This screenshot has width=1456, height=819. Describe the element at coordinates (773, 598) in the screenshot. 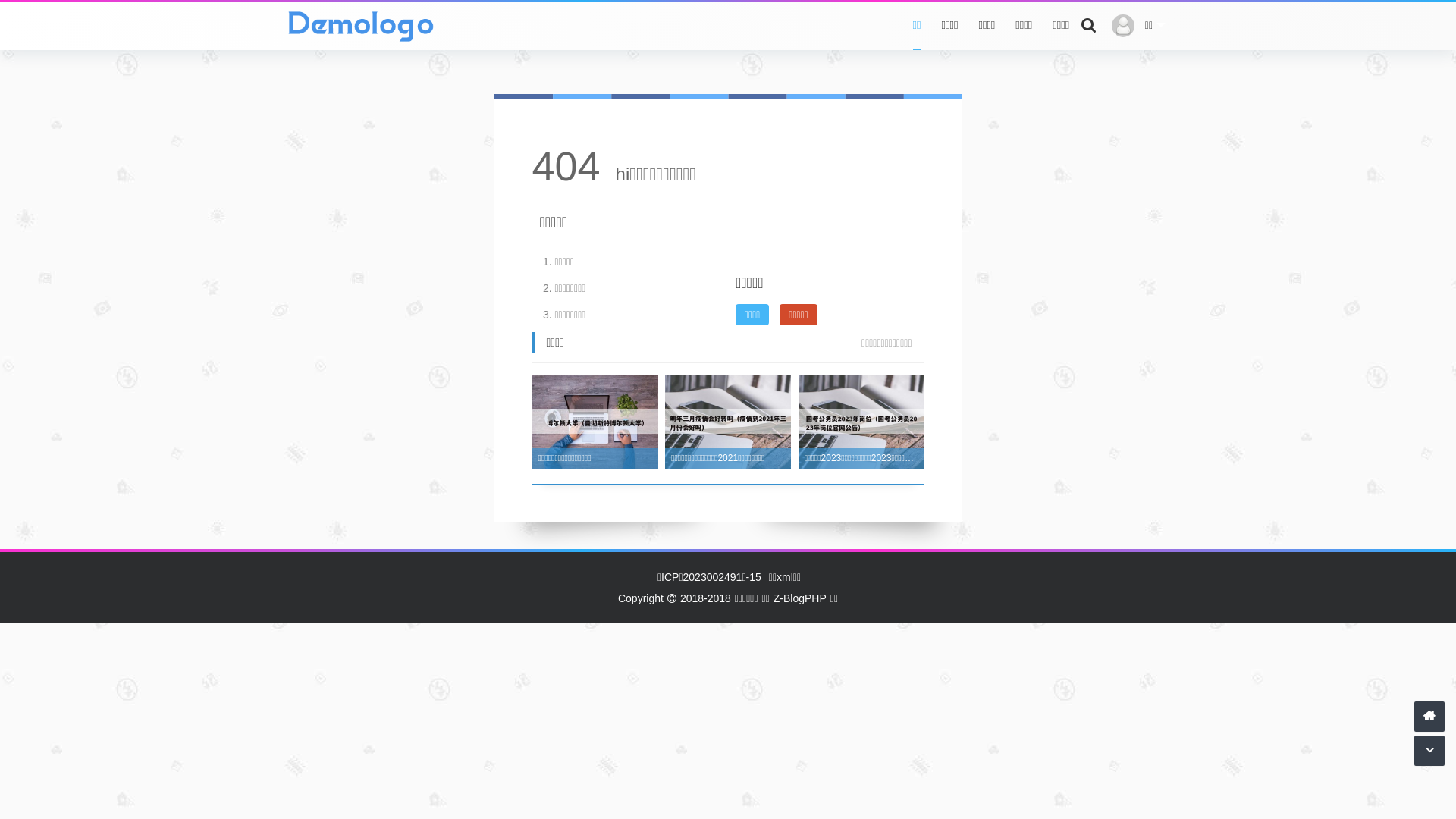

I see `'Z-BlogPHP'` at that location.